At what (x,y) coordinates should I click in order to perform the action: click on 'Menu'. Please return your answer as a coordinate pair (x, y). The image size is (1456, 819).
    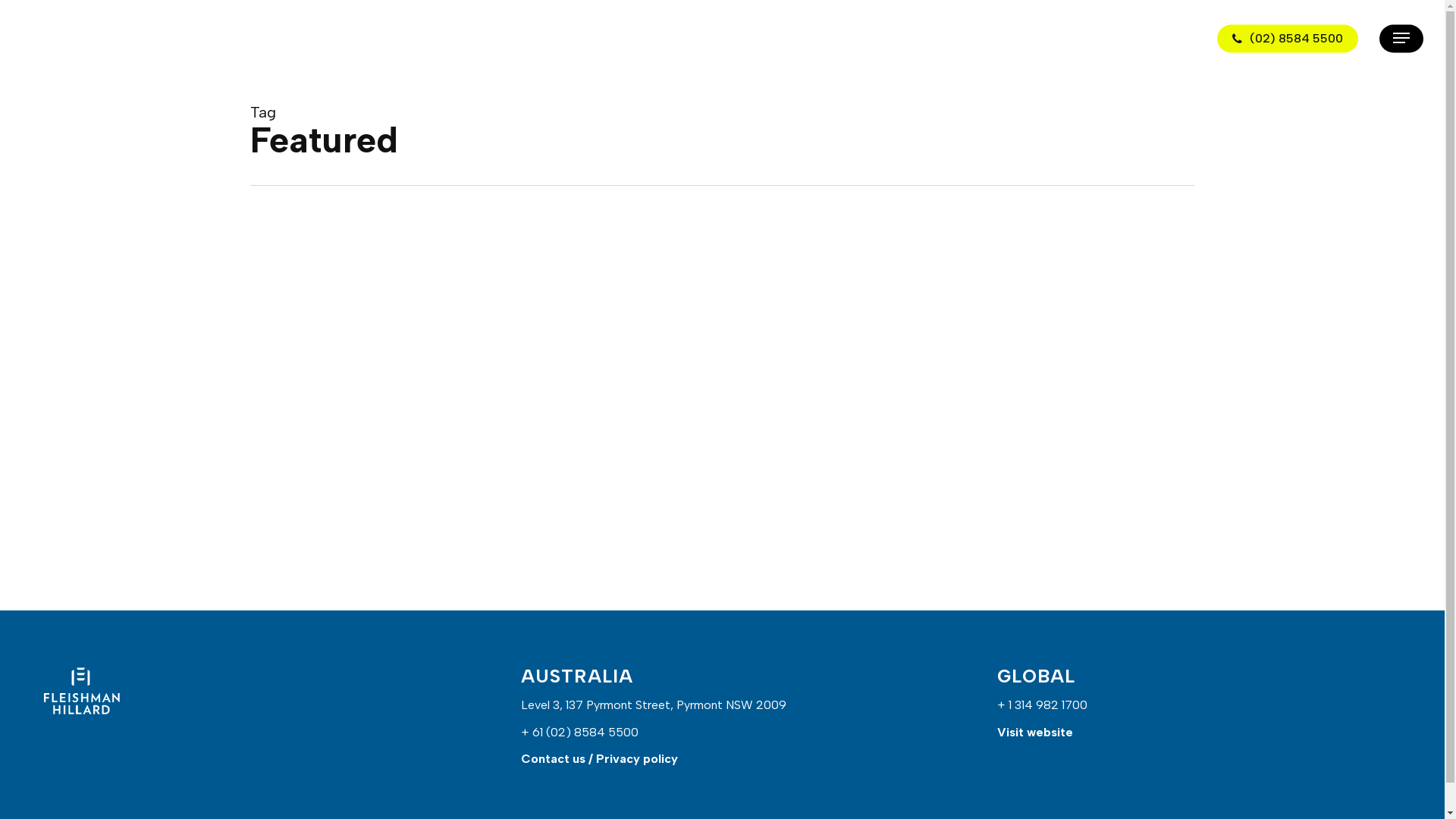
    Looking at the image, I should click on (1401, 37).